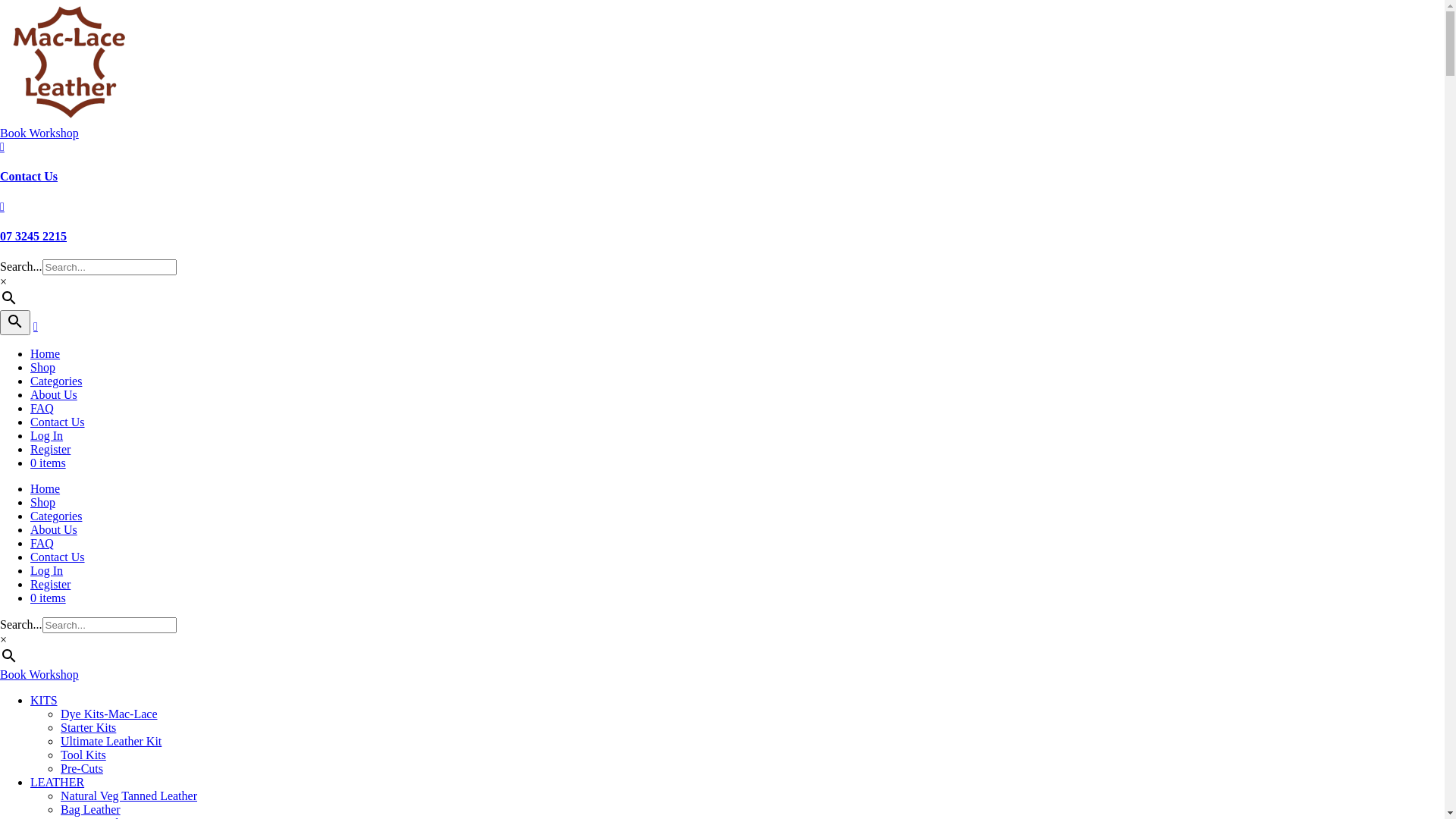 This screenshot has width=1456, height=819. Describe the element at coordinates (30, 597) in the screenshot. I see `'0 items'` at that location.